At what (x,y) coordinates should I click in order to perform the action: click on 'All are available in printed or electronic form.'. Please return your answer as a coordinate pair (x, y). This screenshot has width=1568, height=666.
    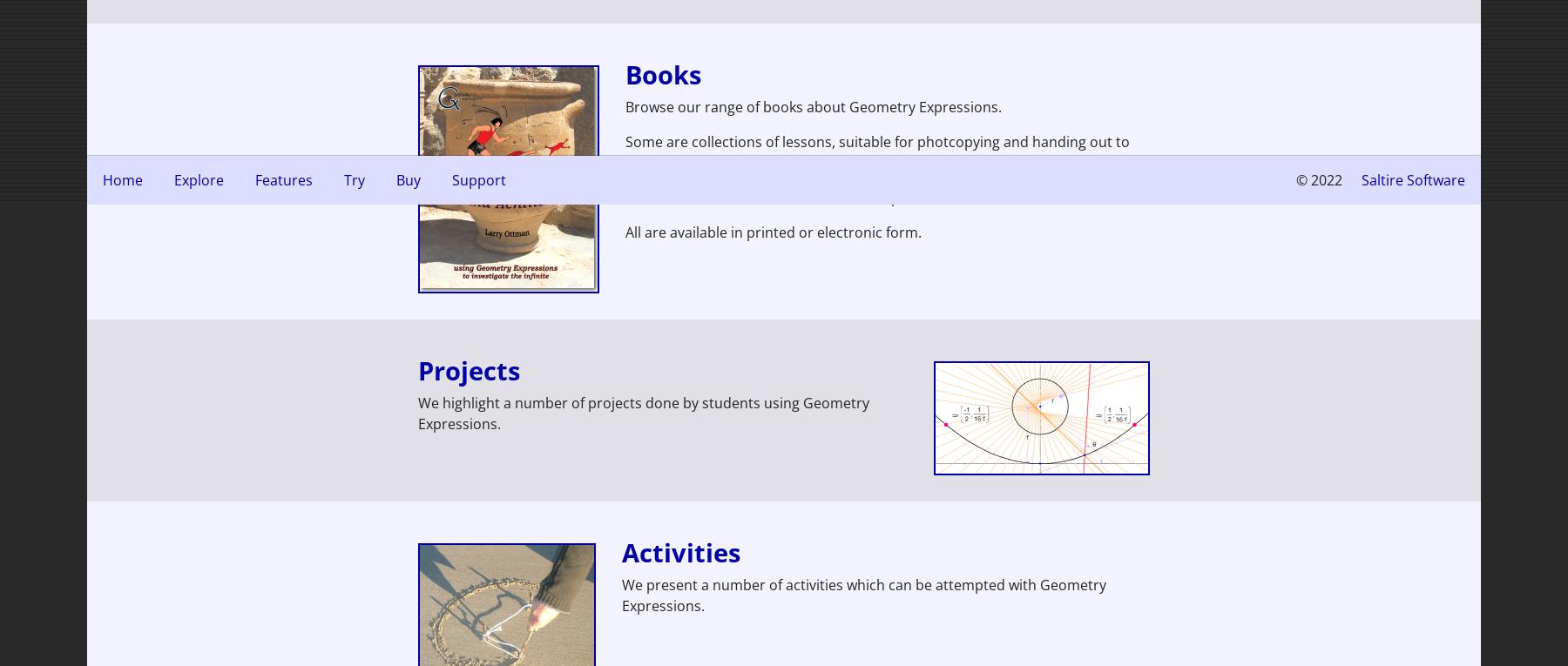
    Looking at the image, I should click on (773, 230).